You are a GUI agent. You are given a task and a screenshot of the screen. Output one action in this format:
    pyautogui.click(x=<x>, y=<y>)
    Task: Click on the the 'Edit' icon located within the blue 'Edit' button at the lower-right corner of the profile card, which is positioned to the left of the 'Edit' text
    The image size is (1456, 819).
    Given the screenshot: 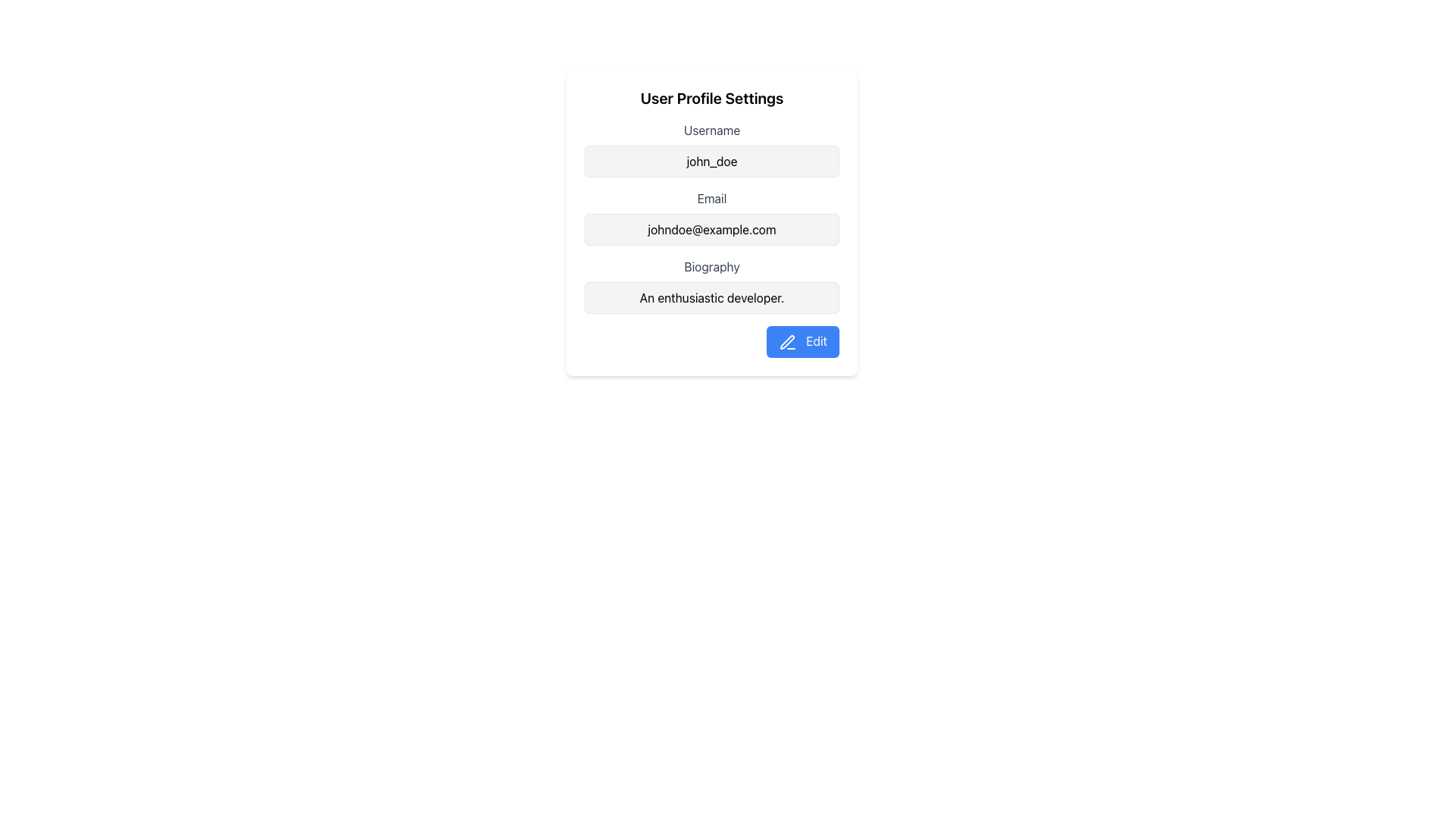 What is the action you would take?
    pyautogui.click(x=787, y=342)
    